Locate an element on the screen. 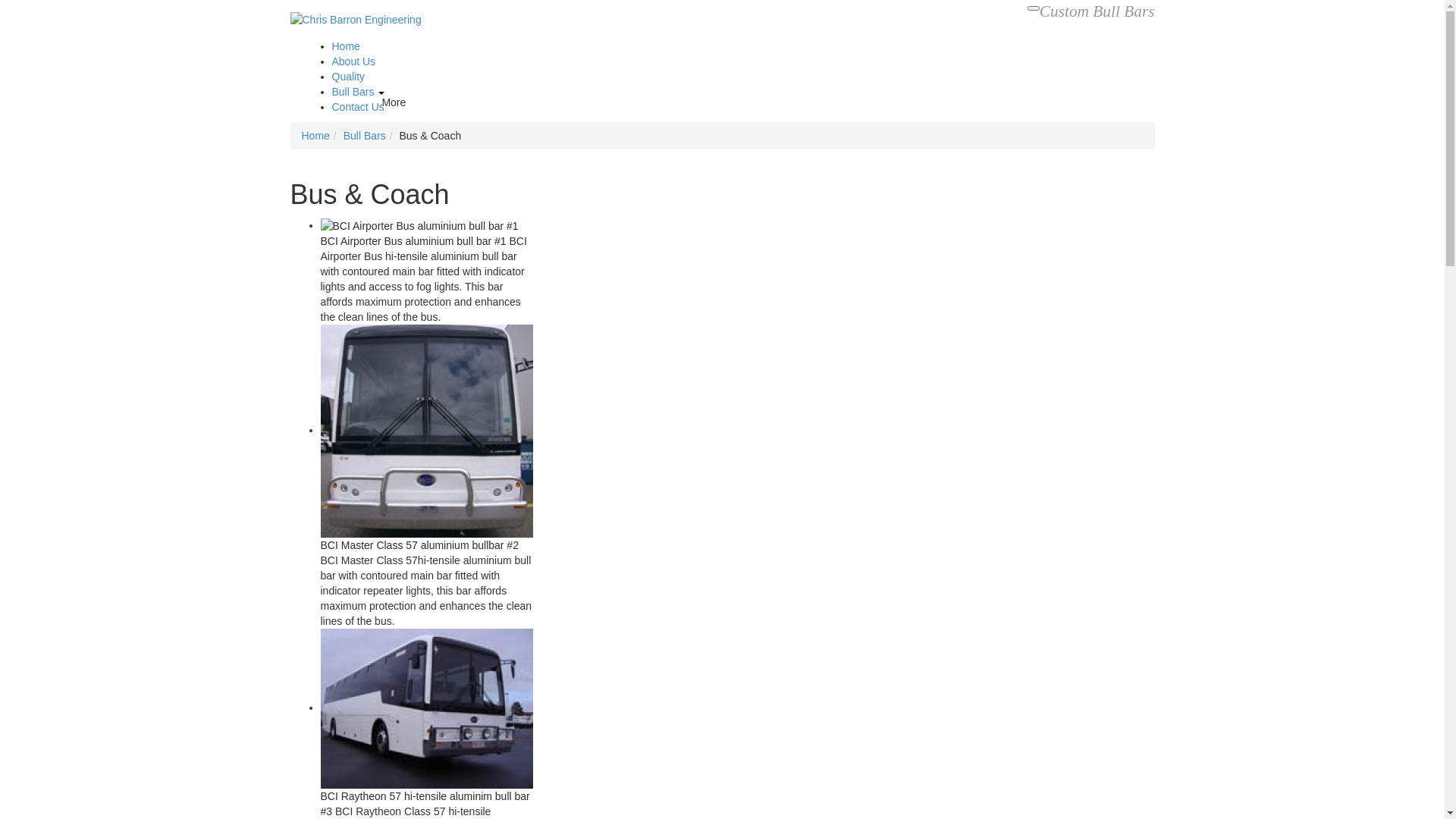 Image resolution: width=1456 pixels, height=819 pixels. 'Bull Bars' is located at coordinates (364, 134).